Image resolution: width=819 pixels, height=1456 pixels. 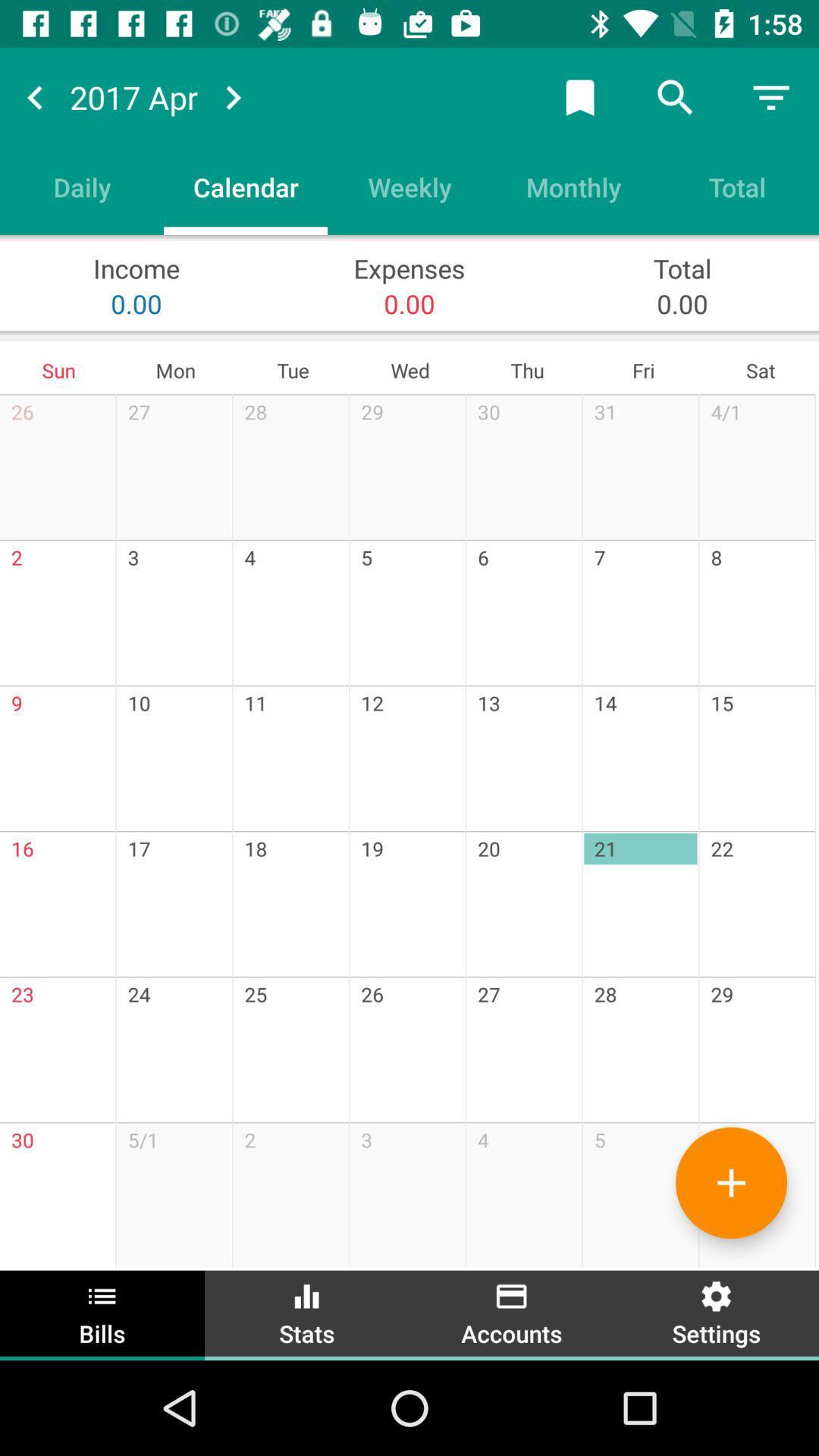 I want to click on the filter_list icon, so click(x=771, y=96).